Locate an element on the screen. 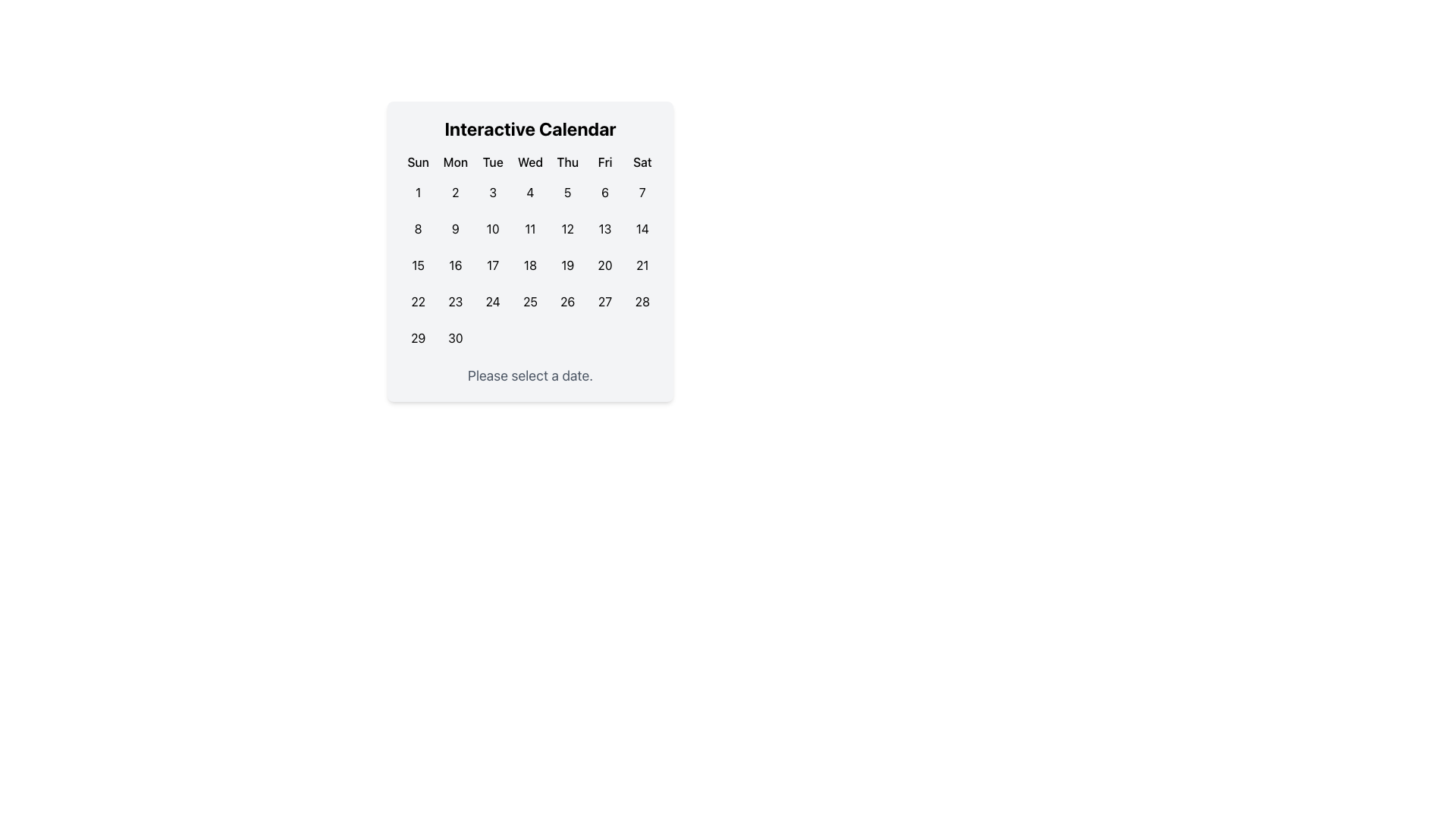 The image size is (1456, 819). the button representing the date '30' in the interactive calendar is located at coordinates (454, 337).